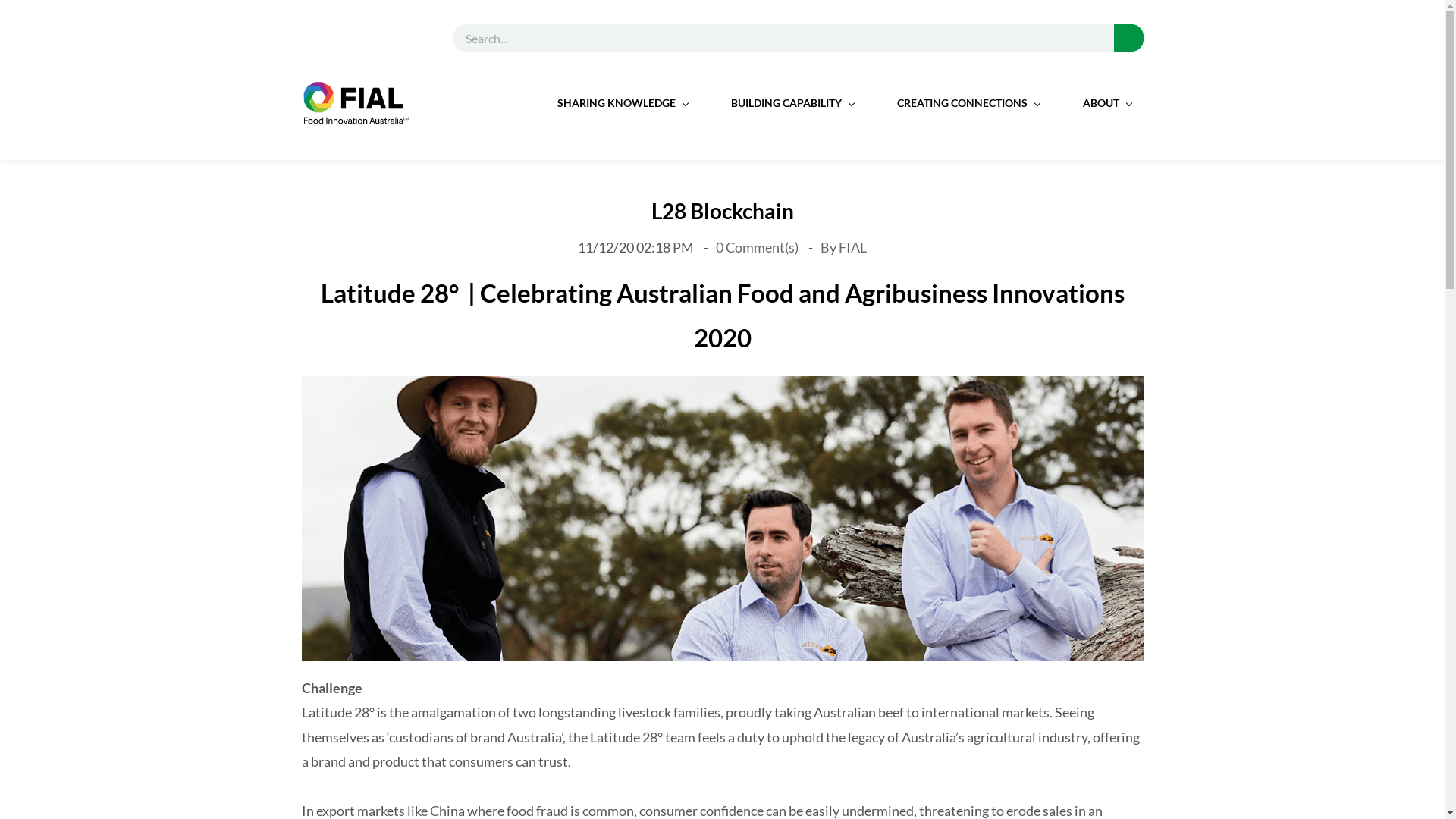  What do you see at coordinates (758, 246) in the screenshot?
I see `'0 Comment(s)'` at bounding box center [758, 246].